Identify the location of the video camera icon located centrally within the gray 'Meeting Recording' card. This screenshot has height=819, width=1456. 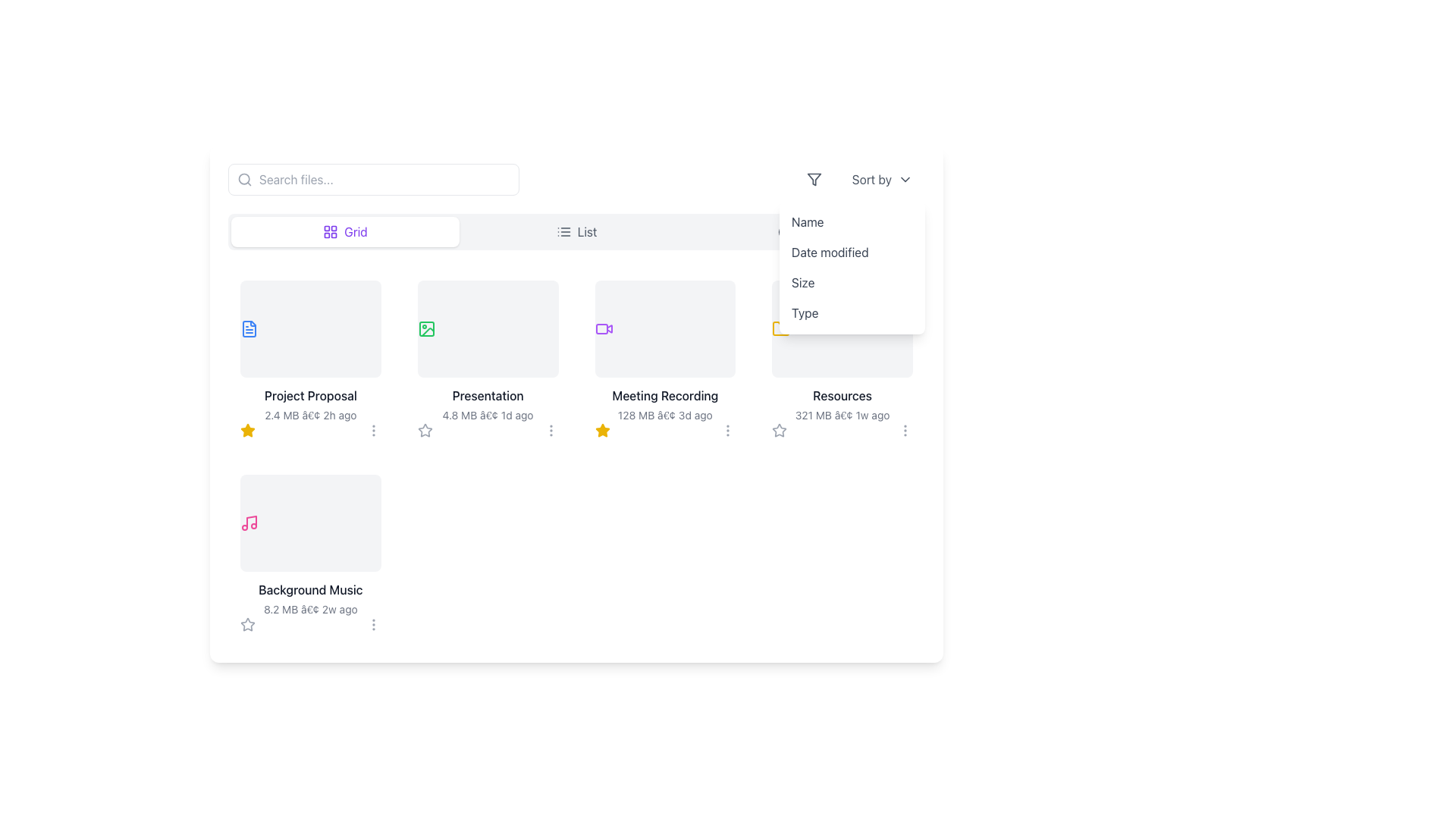
(603, 328).